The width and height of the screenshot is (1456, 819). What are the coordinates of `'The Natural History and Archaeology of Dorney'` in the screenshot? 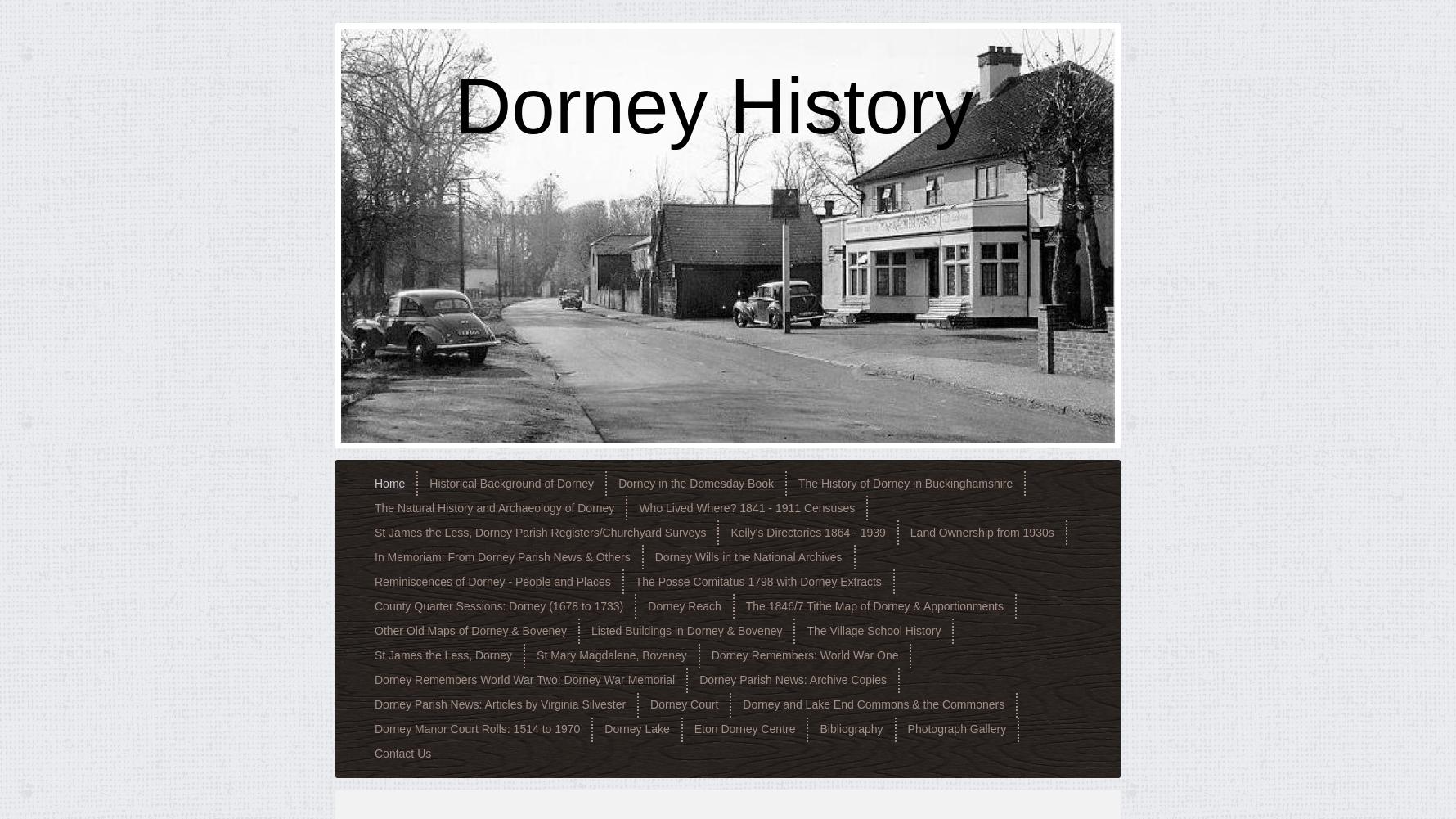 It's located at (494, 507).